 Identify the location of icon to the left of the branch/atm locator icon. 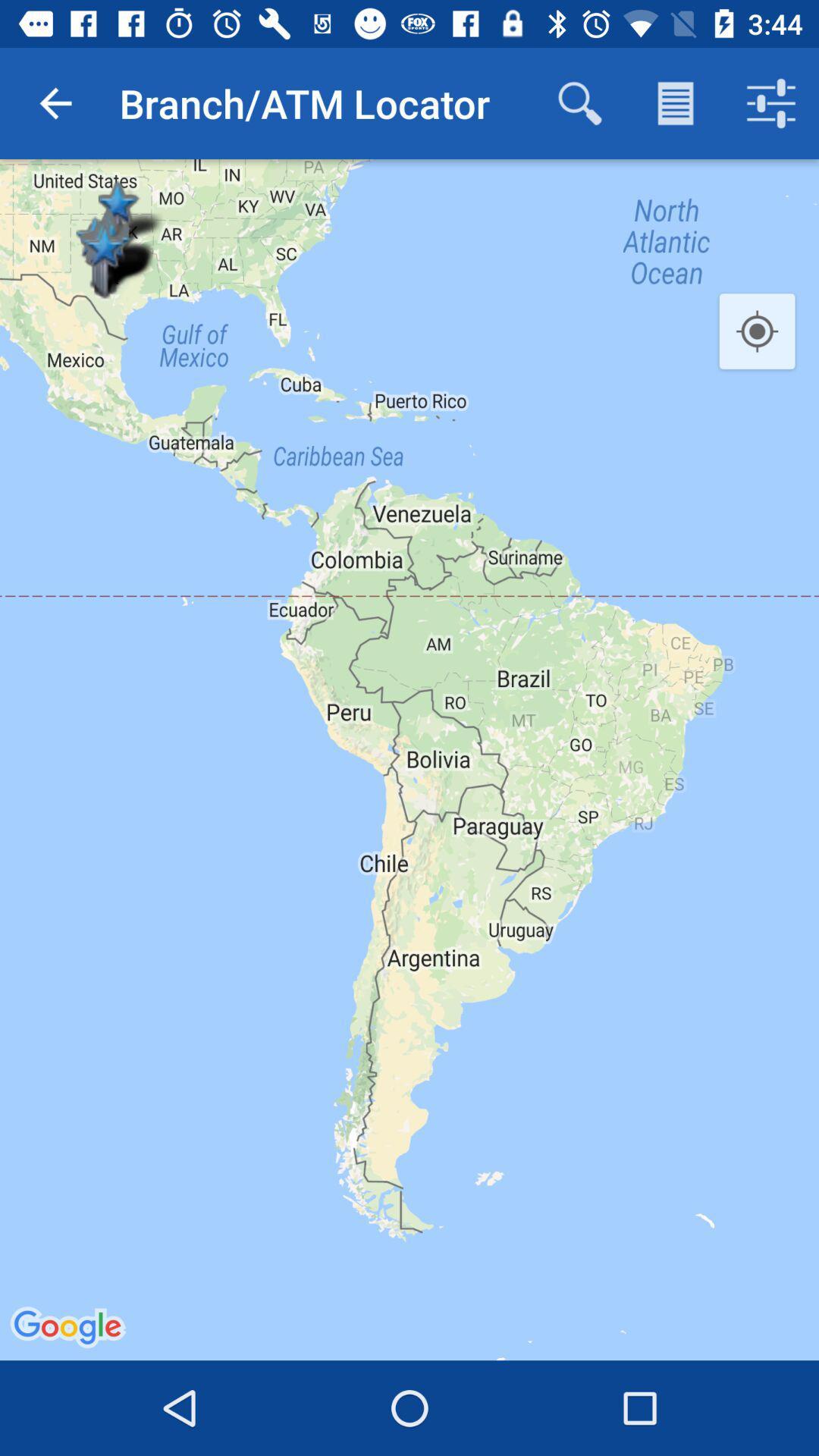
(55, 102).